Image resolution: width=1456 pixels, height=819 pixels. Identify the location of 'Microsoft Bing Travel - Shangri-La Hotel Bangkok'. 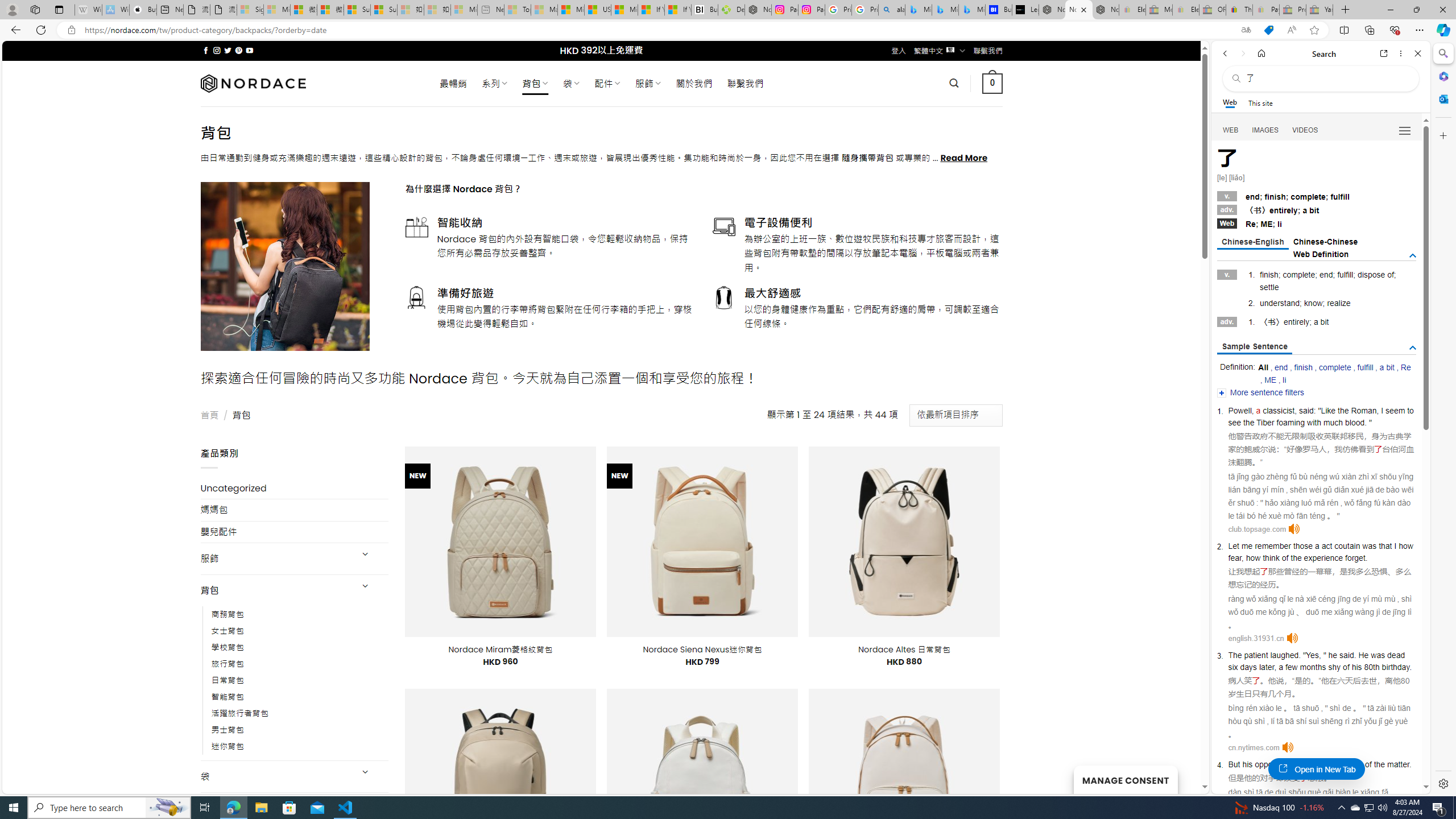
(971, 9).